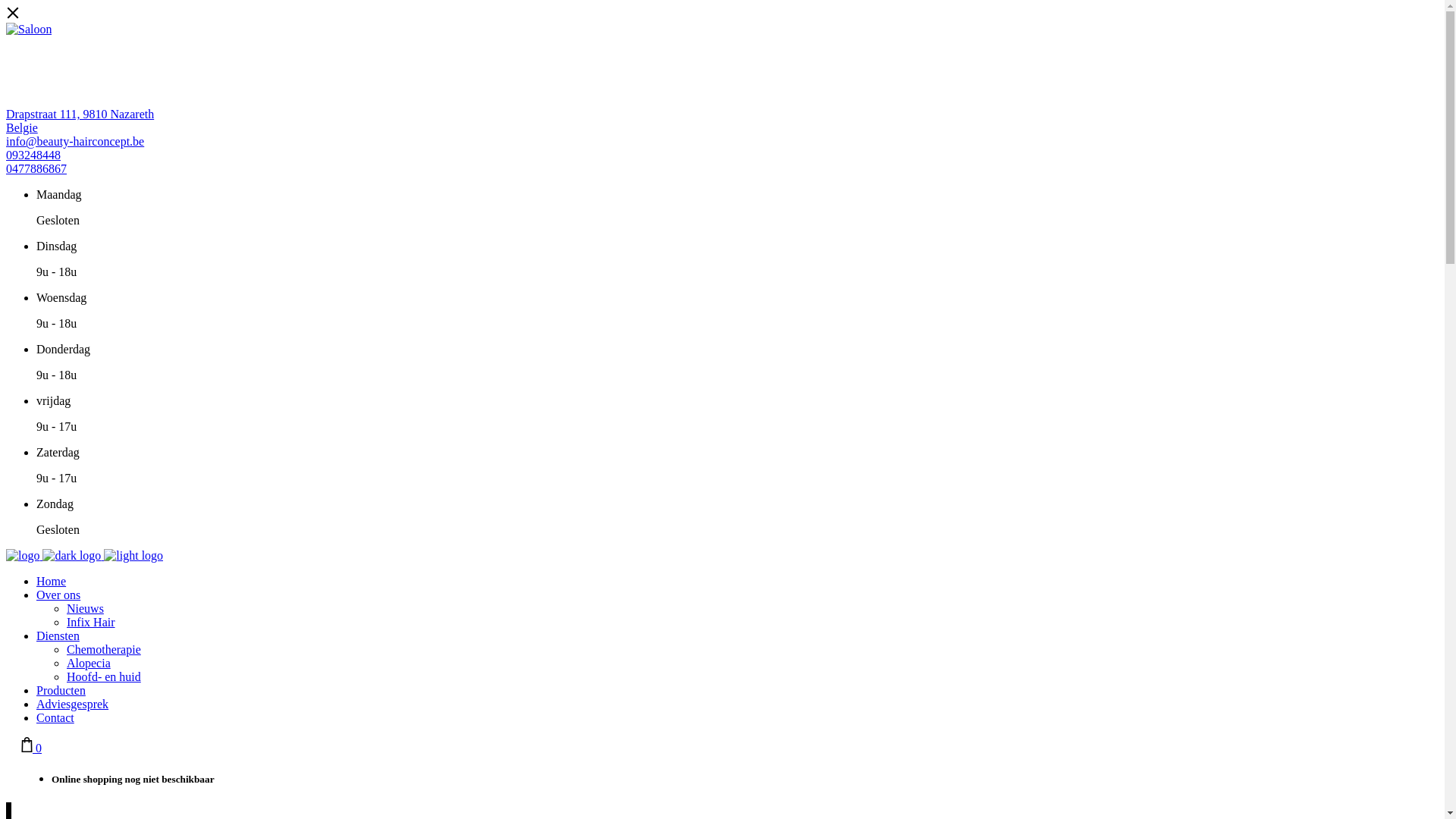 The image size is (1456, 819). Describe the element at coordinates (87, 662) in the screenshot. I see `'Alopecia'` at that location.